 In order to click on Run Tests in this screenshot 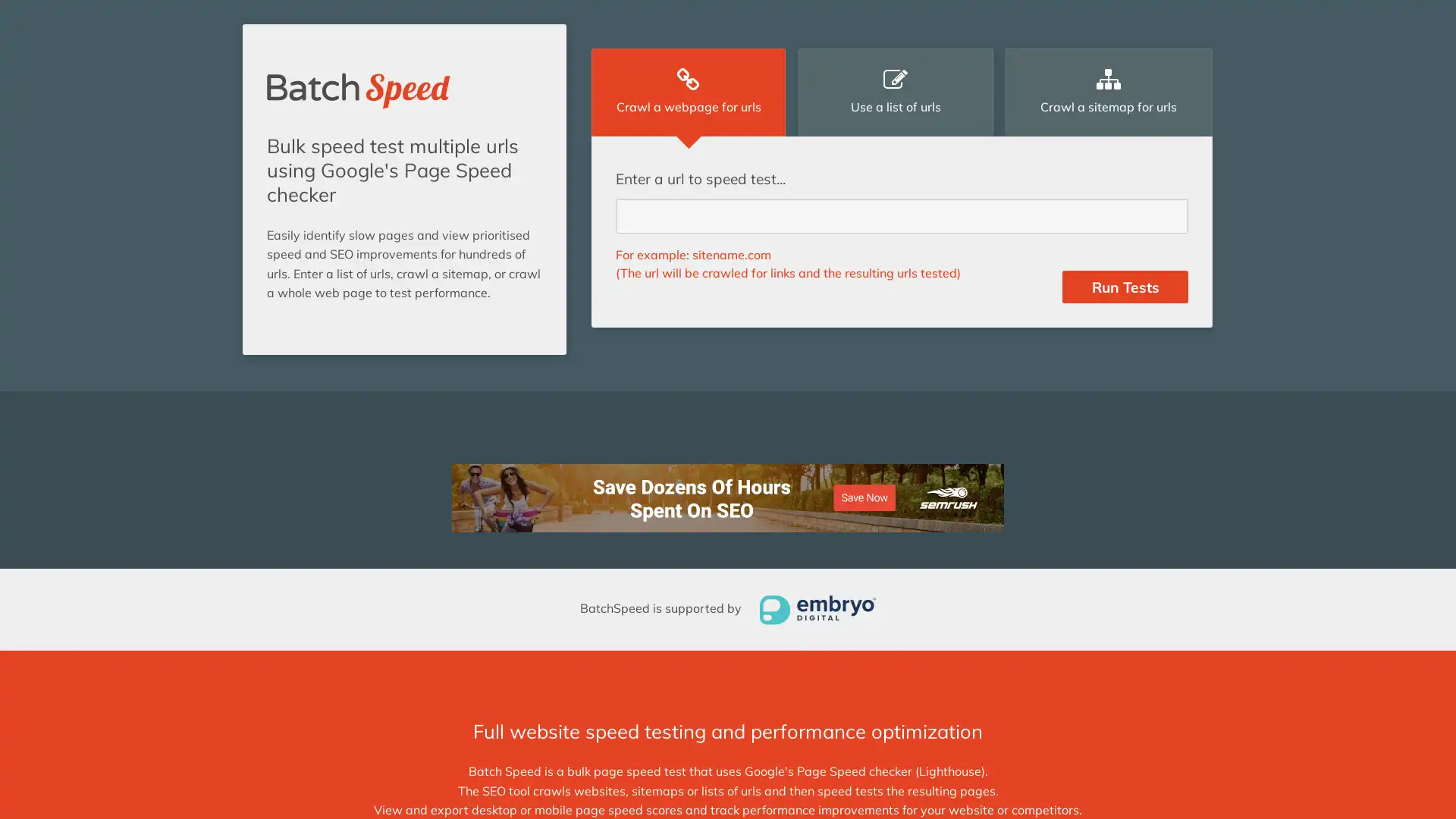, I will do `click(1125, 287)`.